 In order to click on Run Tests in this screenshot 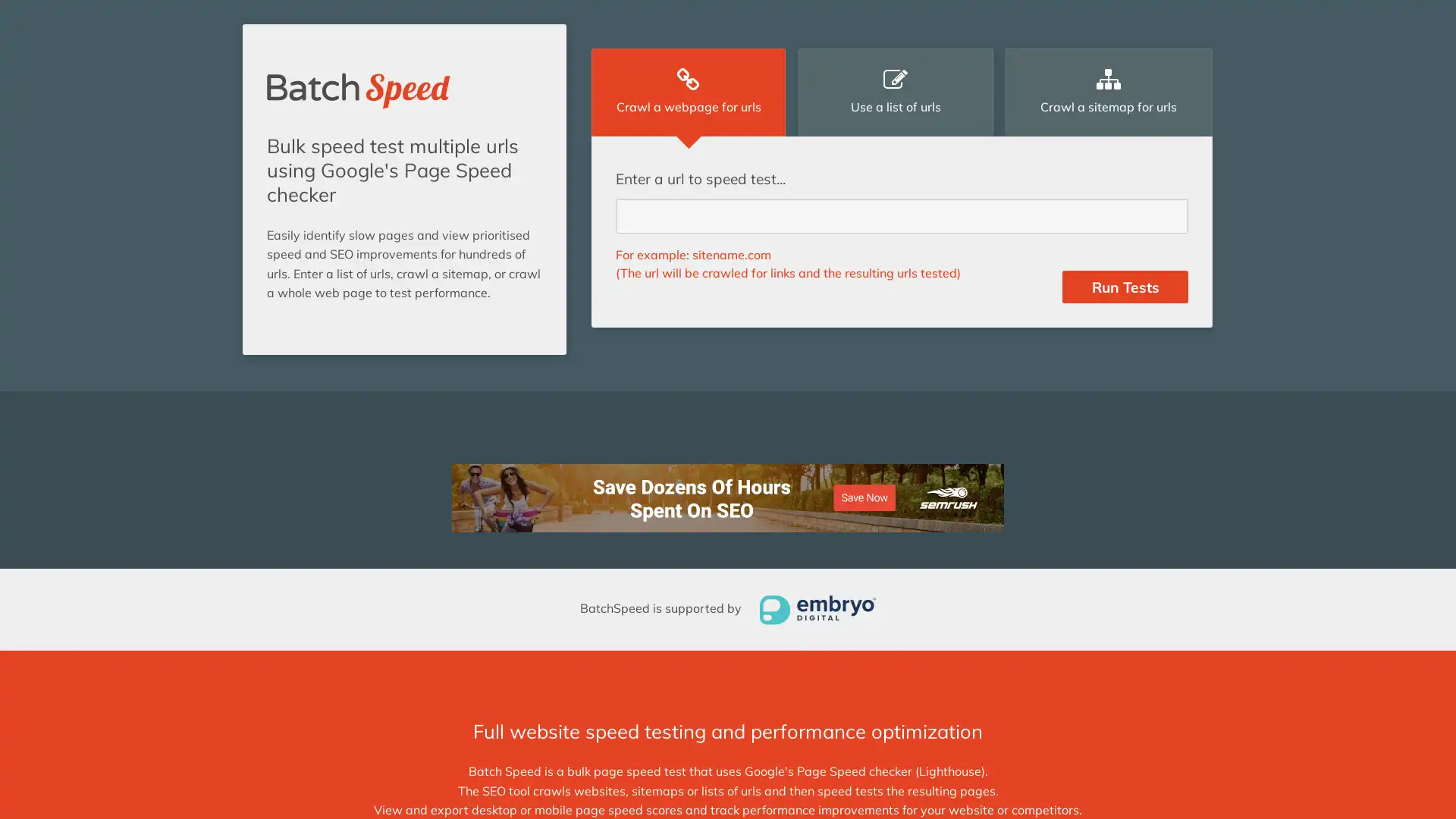, I will do `click(1125, 287)`.